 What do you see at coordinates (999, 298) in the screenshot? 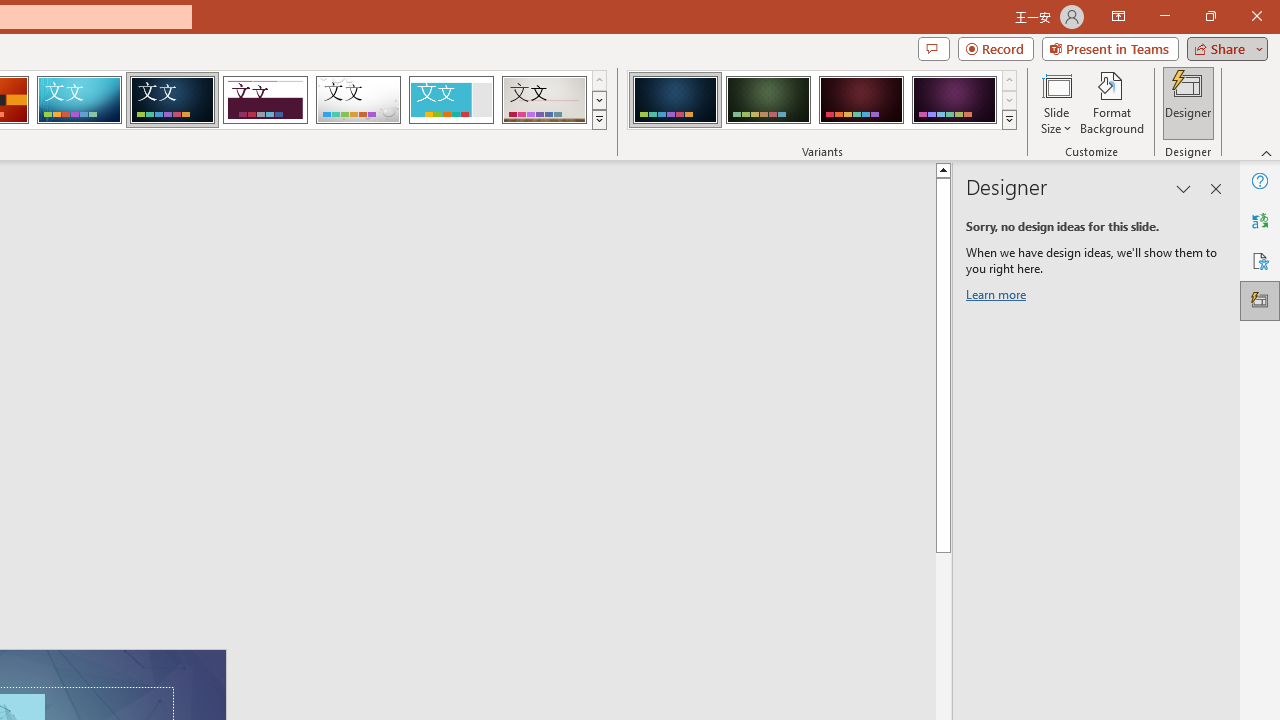
I see `'Learn more'` at bounding box center [999, 298].